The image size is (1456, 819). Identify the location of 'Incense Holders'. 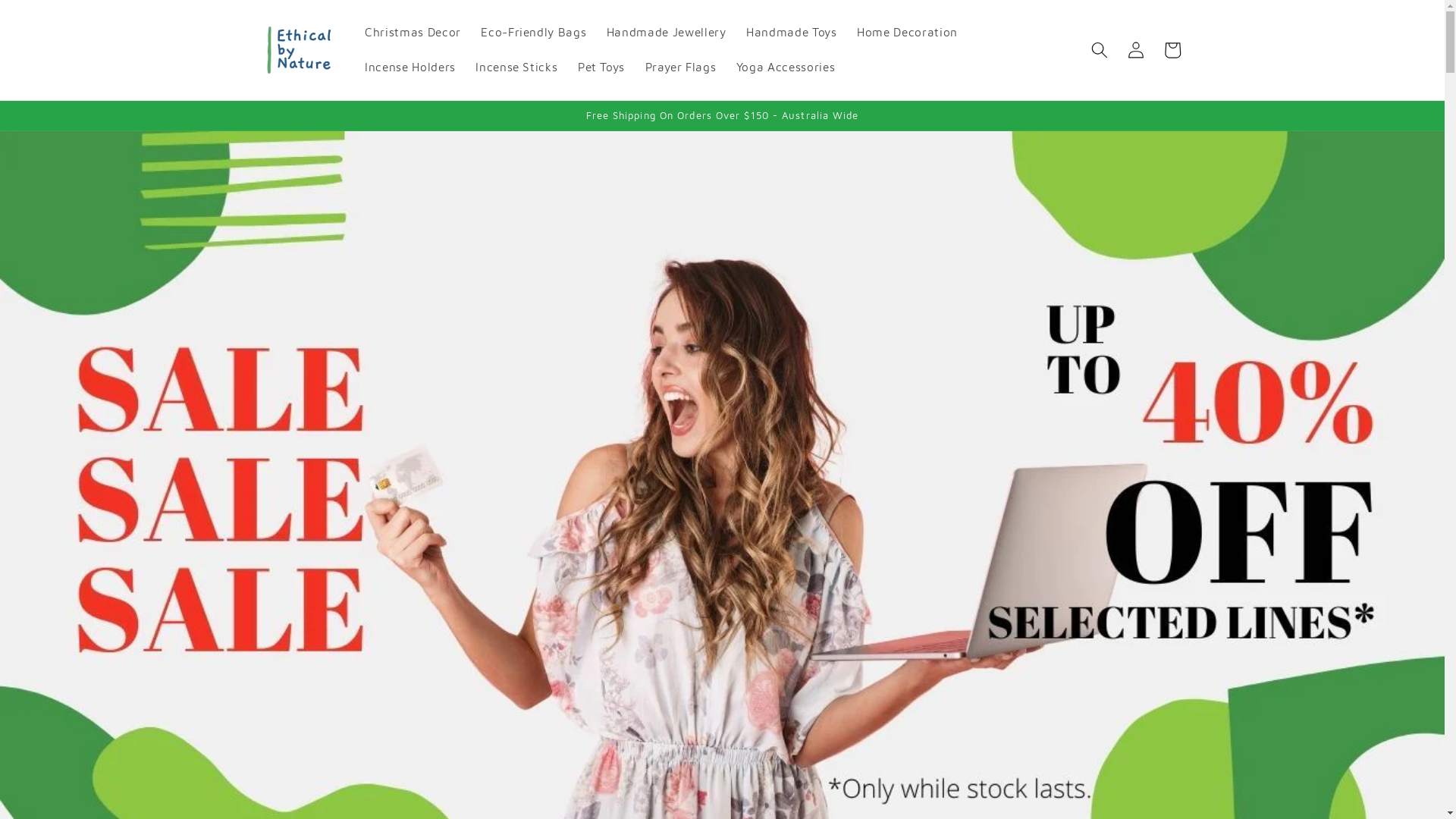
(410, 66).